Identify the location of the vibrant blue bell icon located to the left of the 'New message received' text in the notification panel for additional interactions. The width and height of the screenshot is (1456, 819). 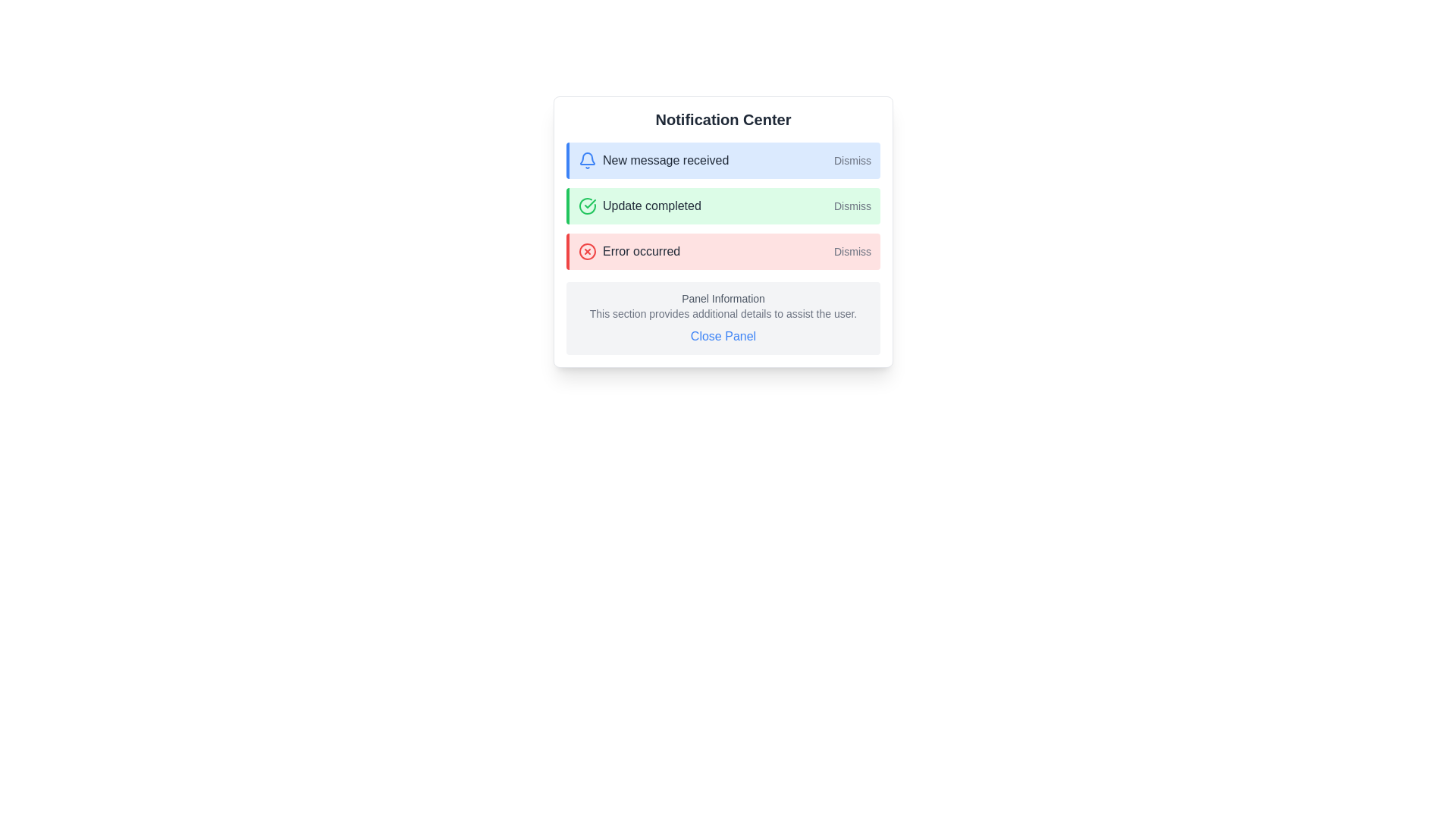
(586, 161).